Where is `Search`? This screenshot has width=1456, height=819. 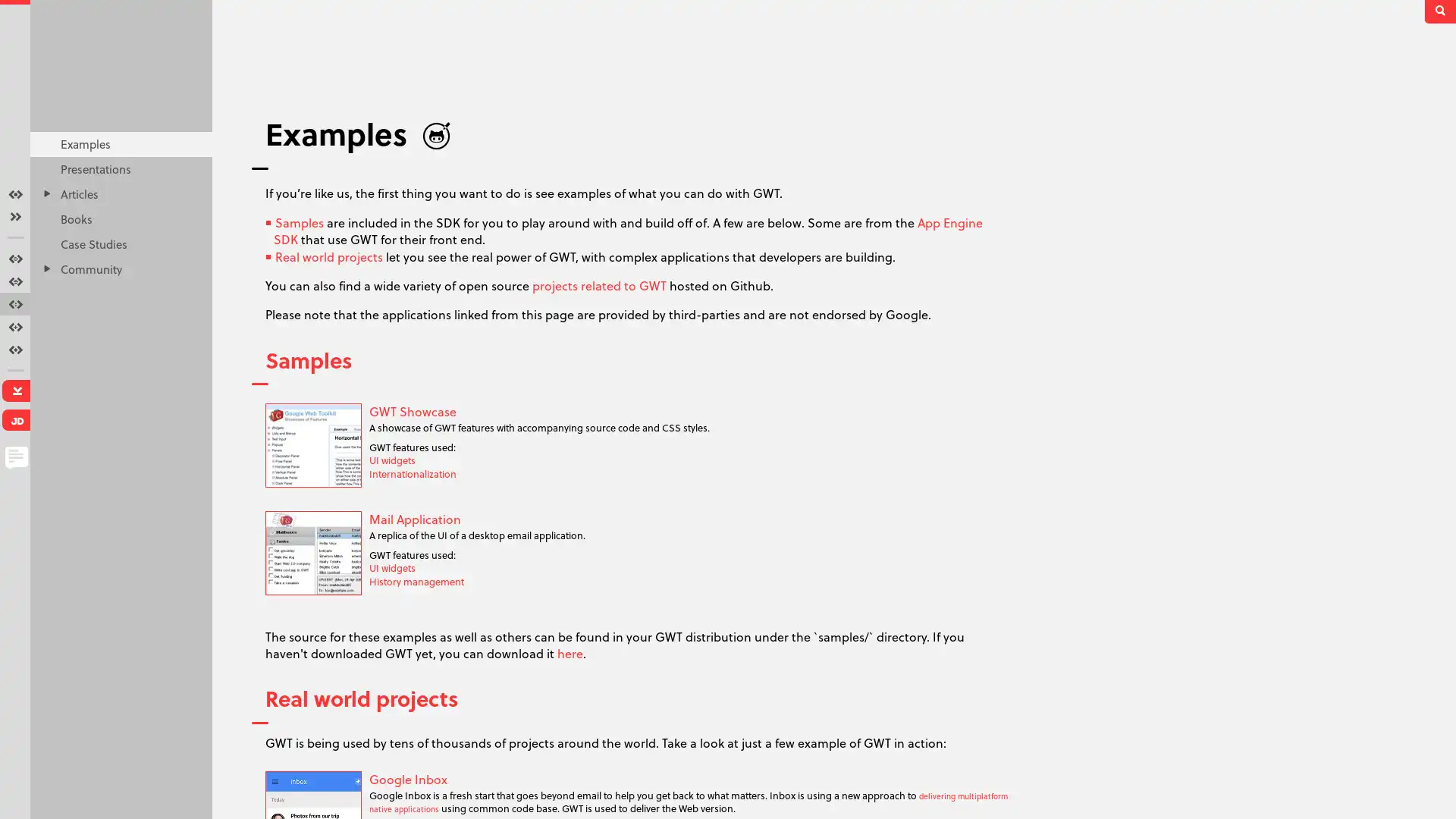 Search is located at coordinates (1441, 11).